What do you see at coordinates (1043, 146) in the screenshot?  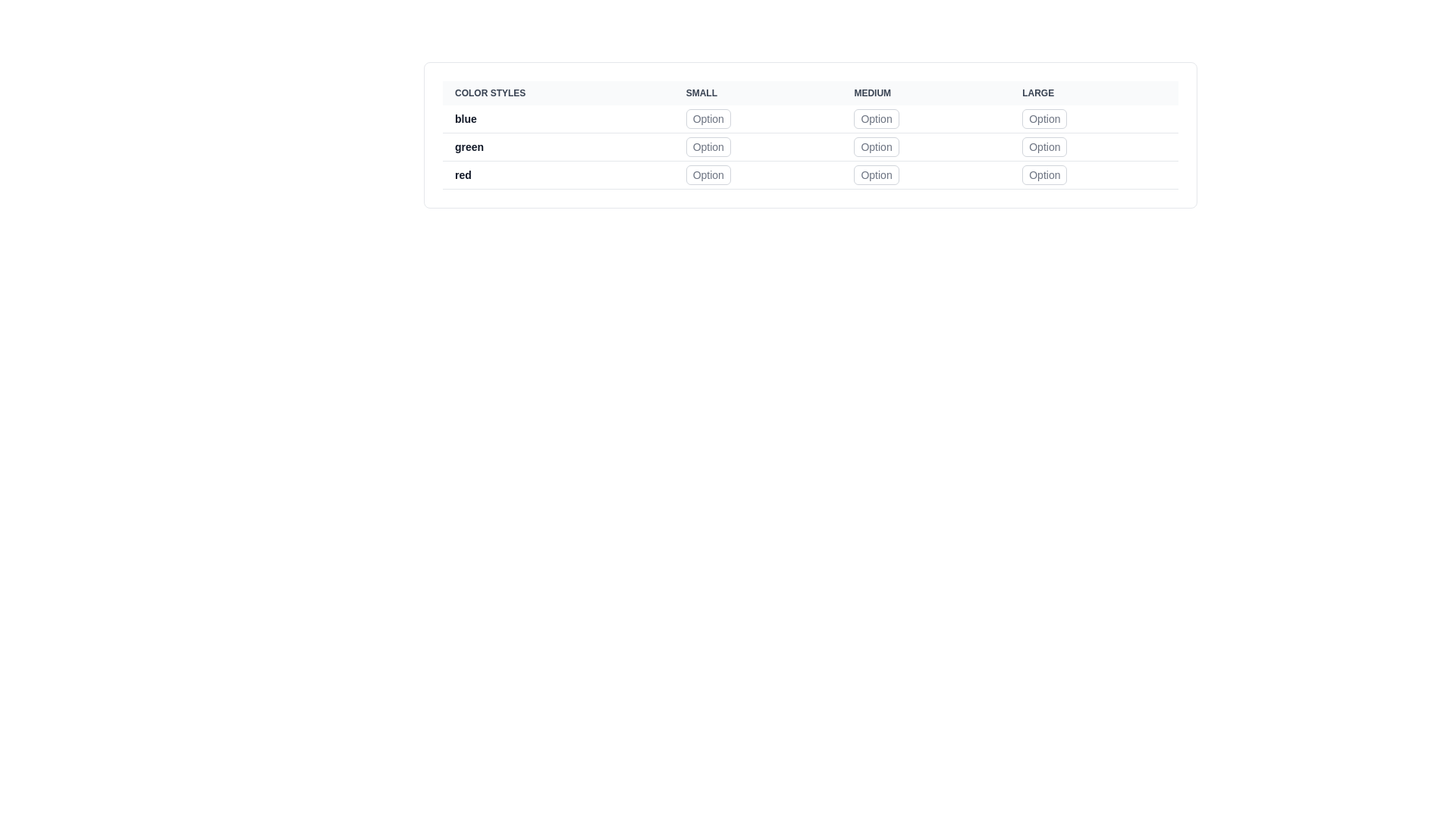 I see `the rectangular button labeled 'Option' located in the 'green' row of the table under the 'LARGE' column` at bounding box center [1043, 146].